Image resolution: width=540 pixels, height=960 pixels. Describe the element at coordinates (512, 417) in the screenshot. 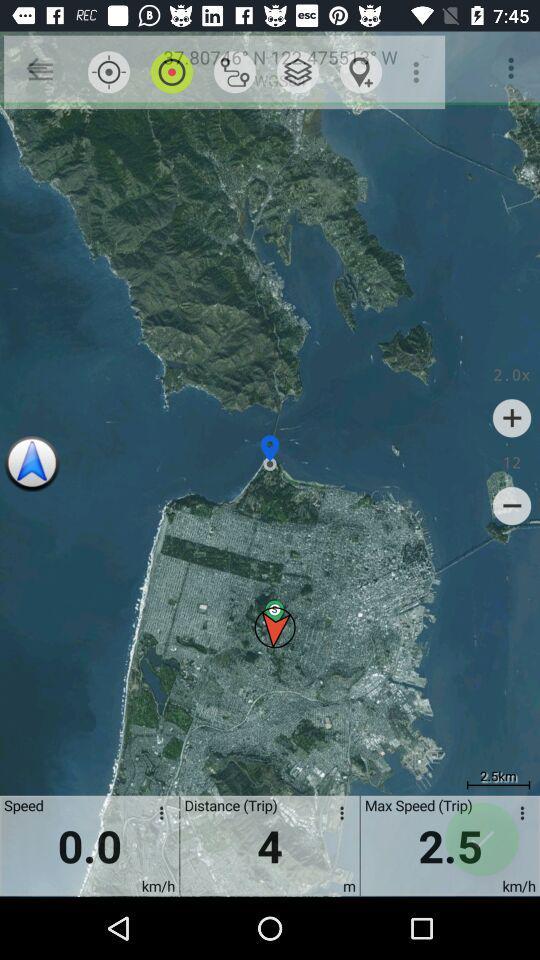

I see `item below 2.0x icon` at that location.